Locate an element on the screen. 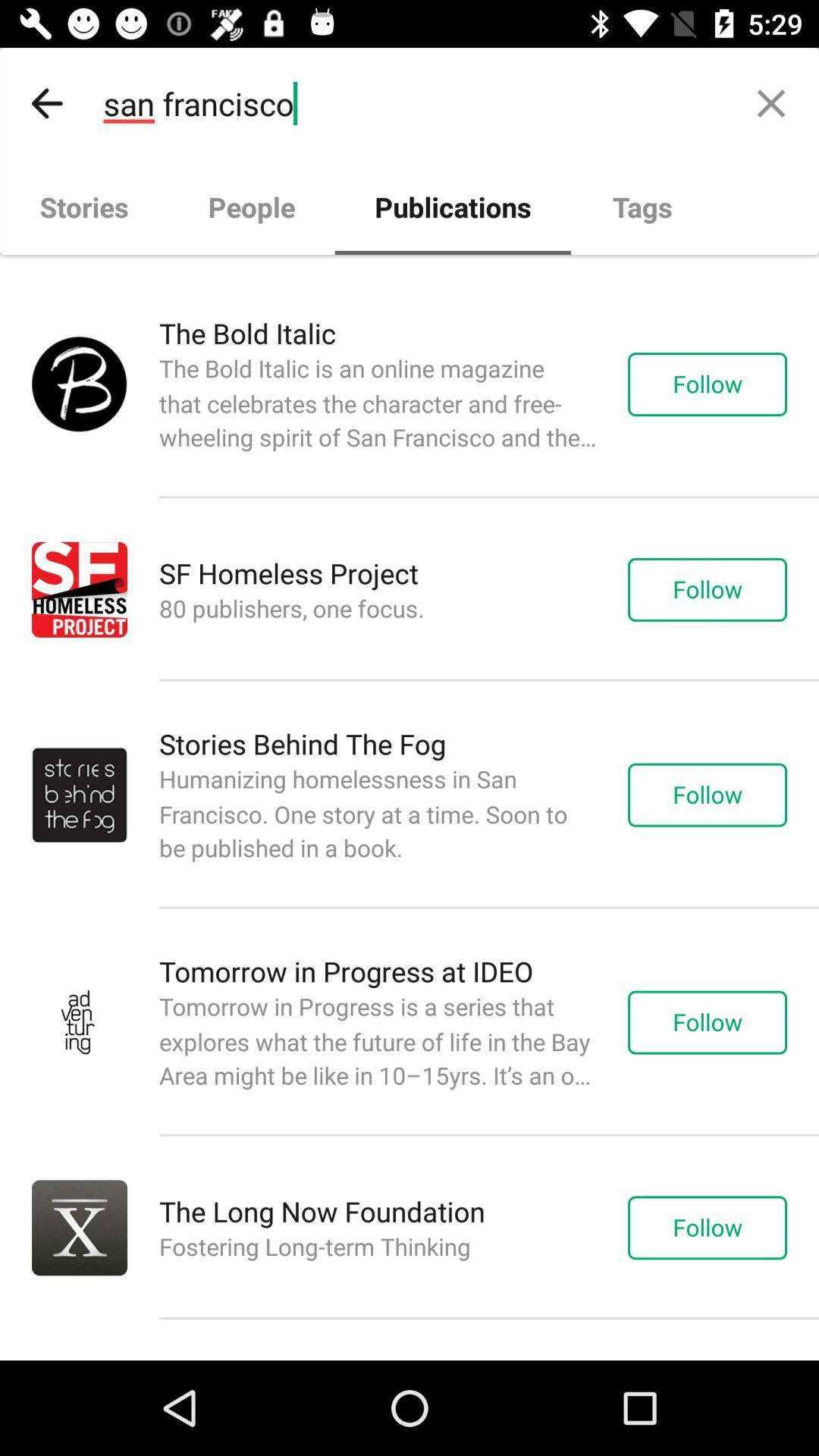  the mini image left next to stories behind the fog is located at coordinates (79, 795).